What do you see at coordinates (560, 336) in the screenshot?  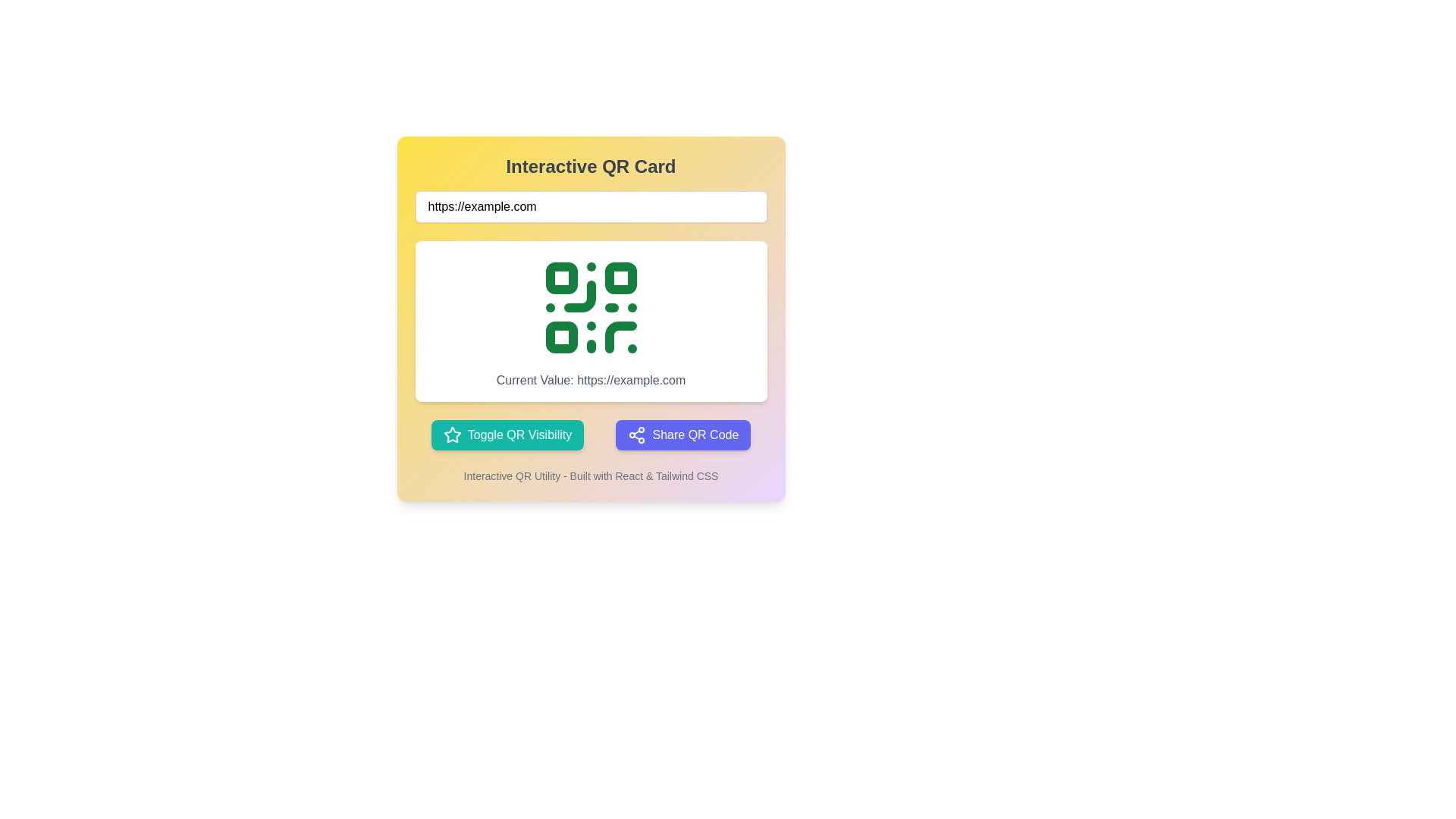 I see `the bottom left graphical component of the QR code, which is part of the QR code's visual structure and encoding standard` at bounding box center [560, 336].